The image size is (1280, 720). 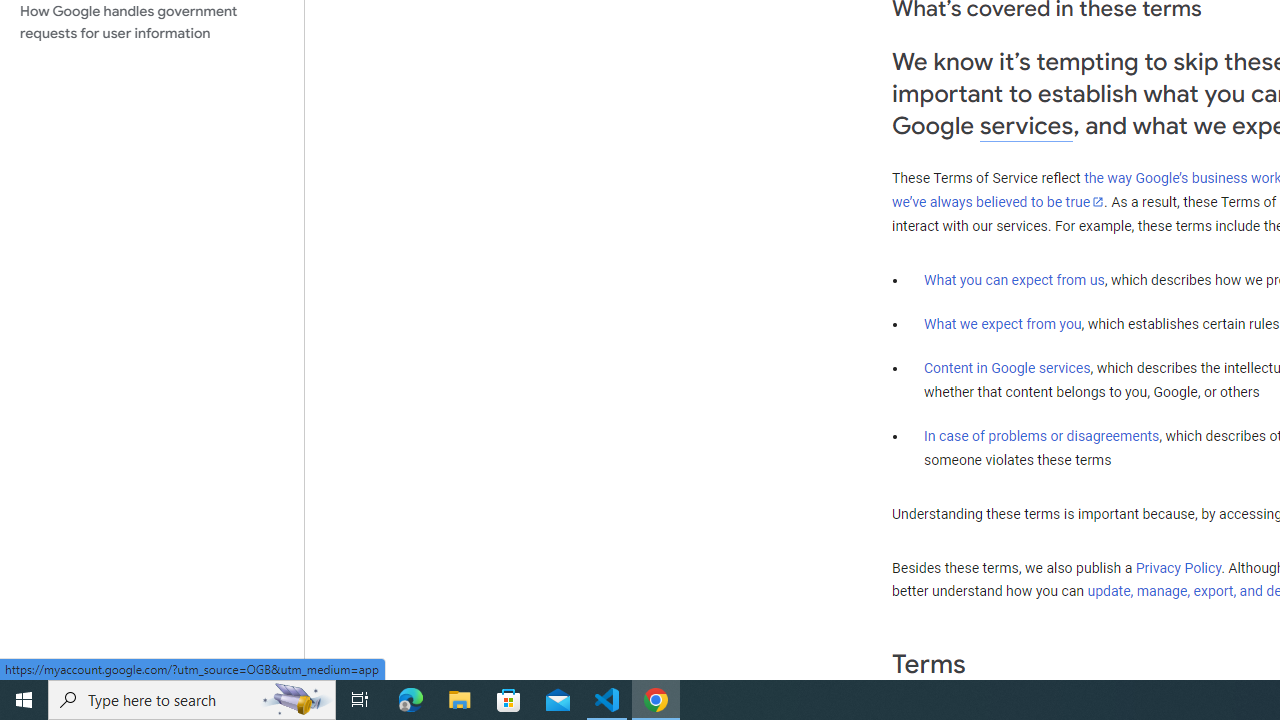 I want to click on 'services', so click(x=1026, y=125).